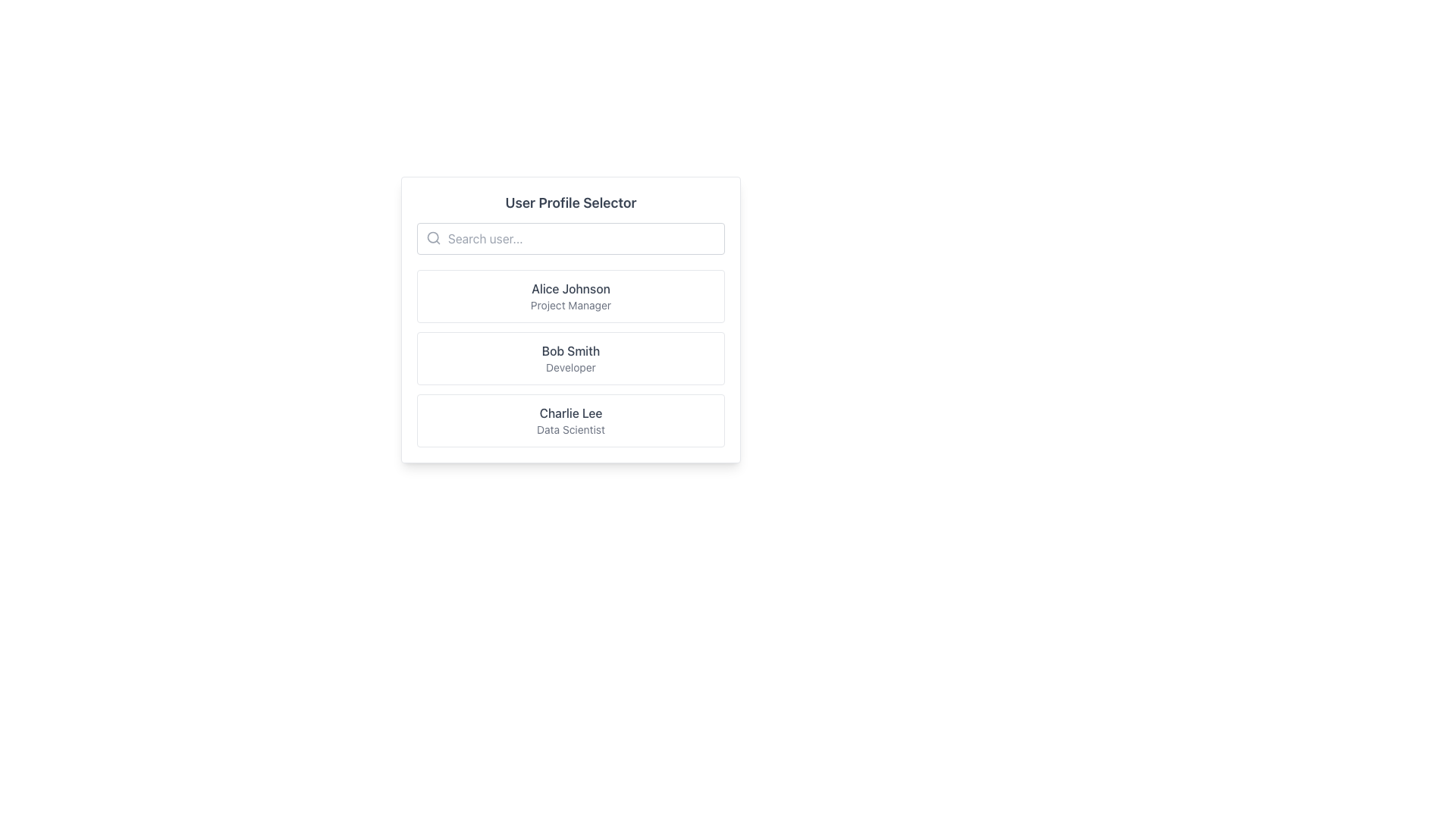 This screenshot has height=819, width=1456. I want to click on the text display element showing 'Alice Johnson' and 'Project Manager' to trigger a possible detailed view, so click(570, 296).